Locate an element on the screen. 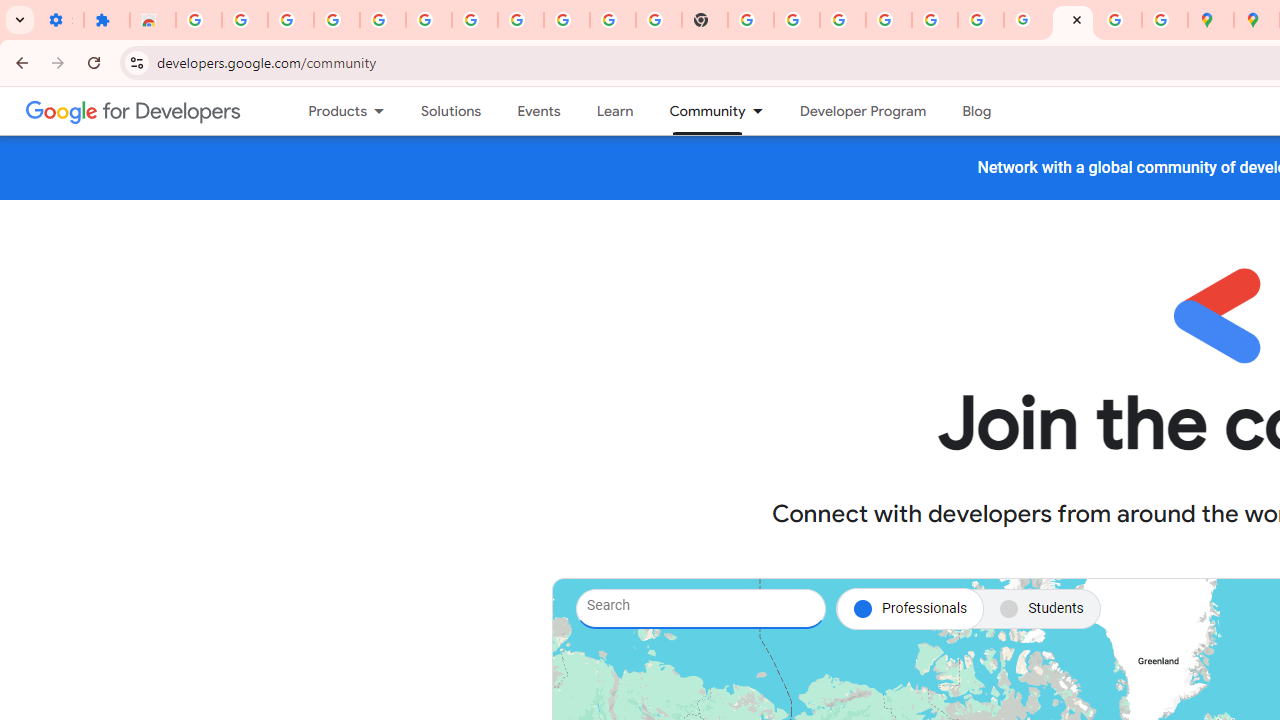 The height and width of the screenshot is (720, 1280). 'Blog' is located at coordinates (977, 111).